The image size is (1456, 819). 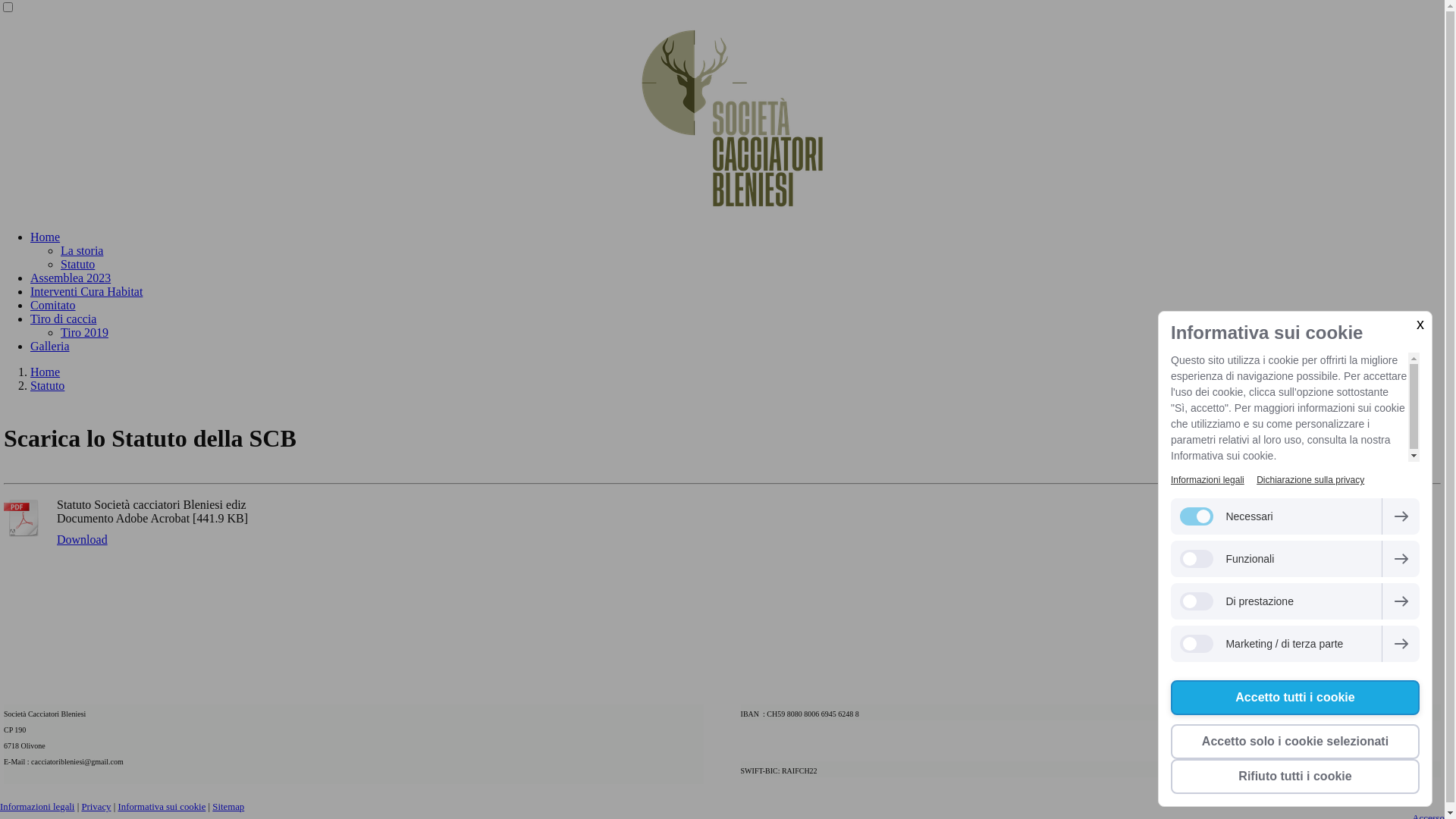 What do you see at coordinates (45, 372) in the screenshot?
I see `'Home'` at bounding box center [45, 372].